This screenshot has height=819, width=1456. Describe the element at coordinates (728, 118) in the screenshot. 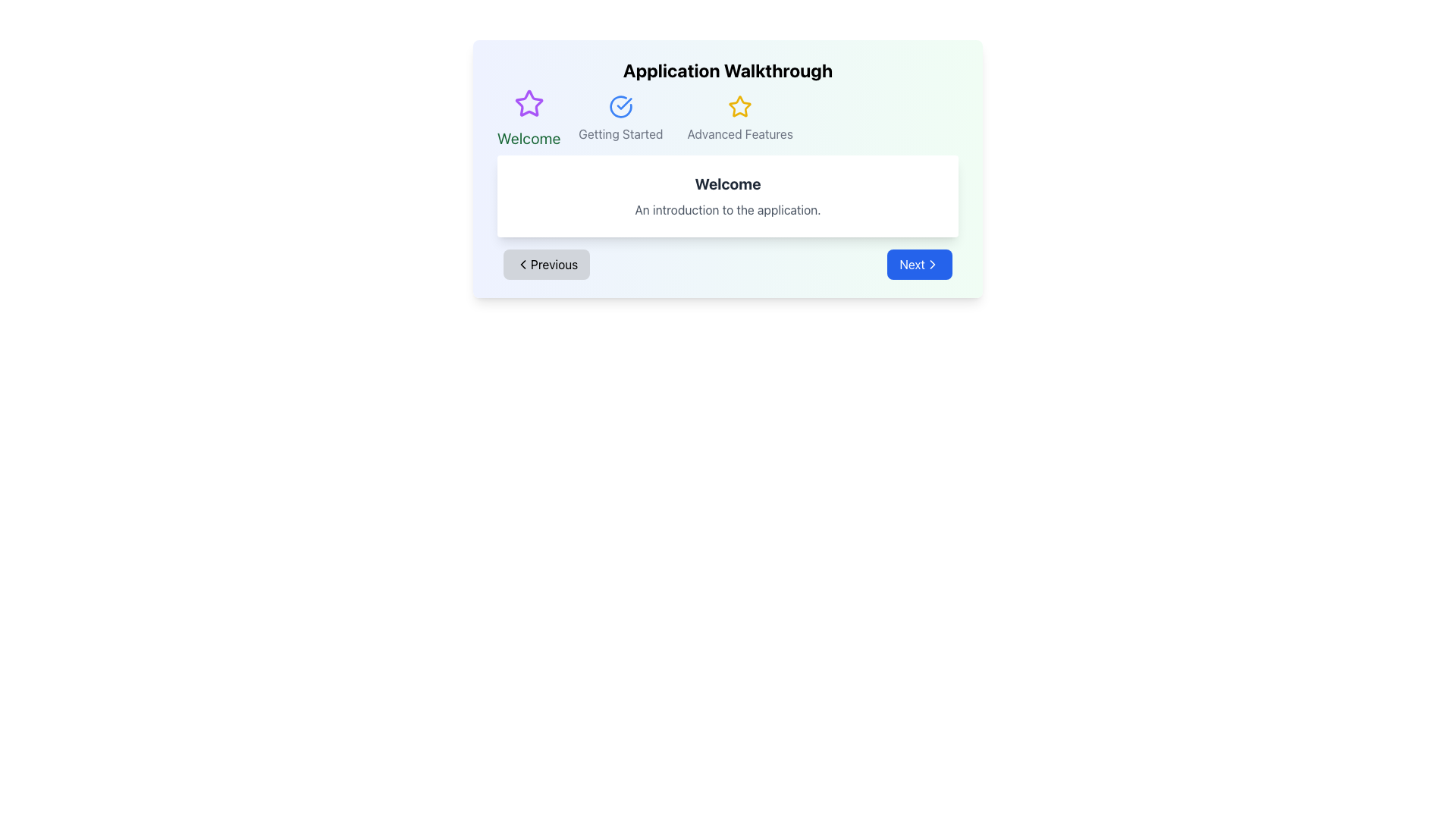

I see `the 'Advanced Features' navigation menu item` at that location.